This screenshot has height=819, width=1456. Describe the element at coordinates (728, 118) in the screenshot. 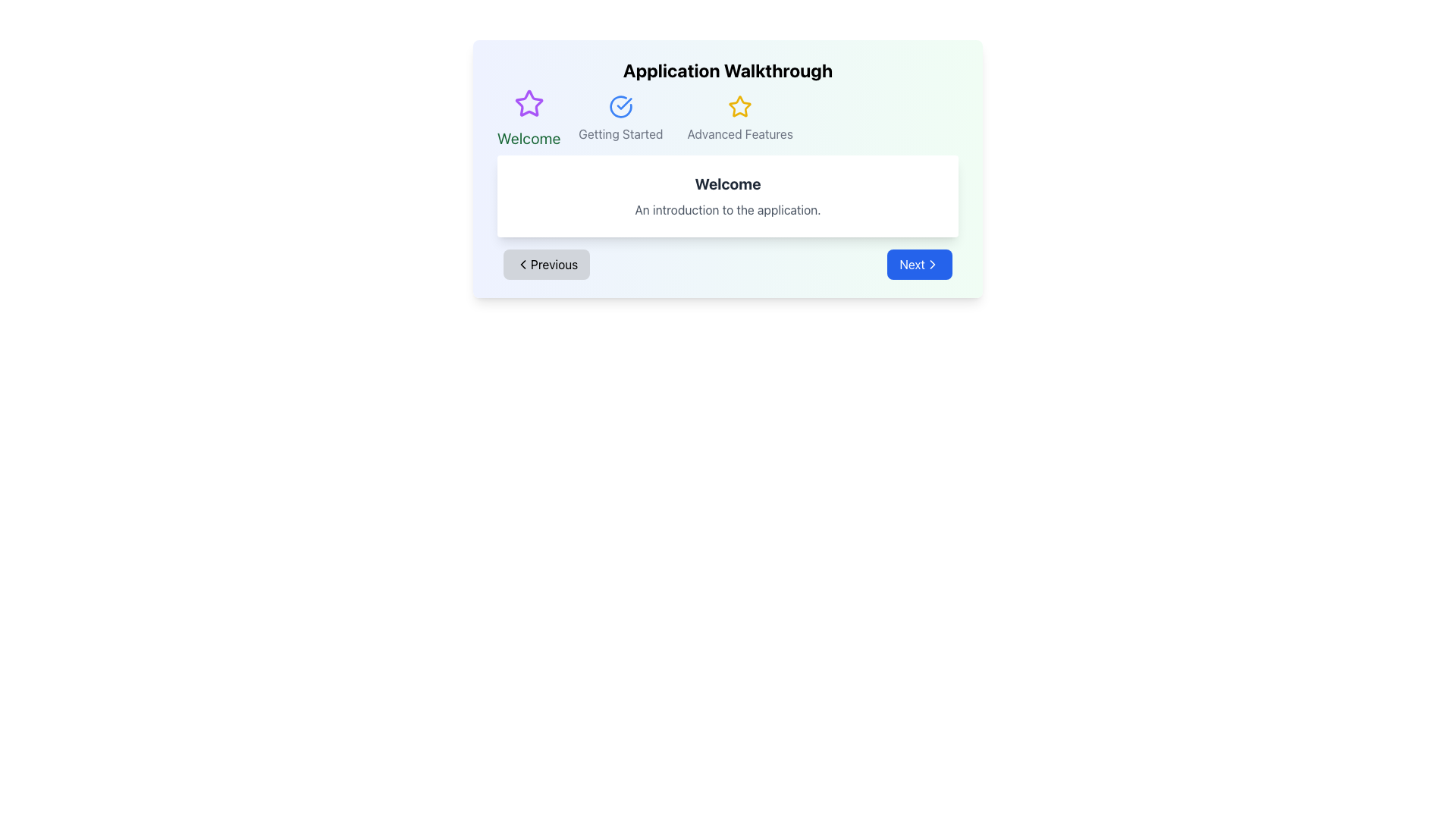

I see `the 'Advanced Features' navigation menu item` at that location.